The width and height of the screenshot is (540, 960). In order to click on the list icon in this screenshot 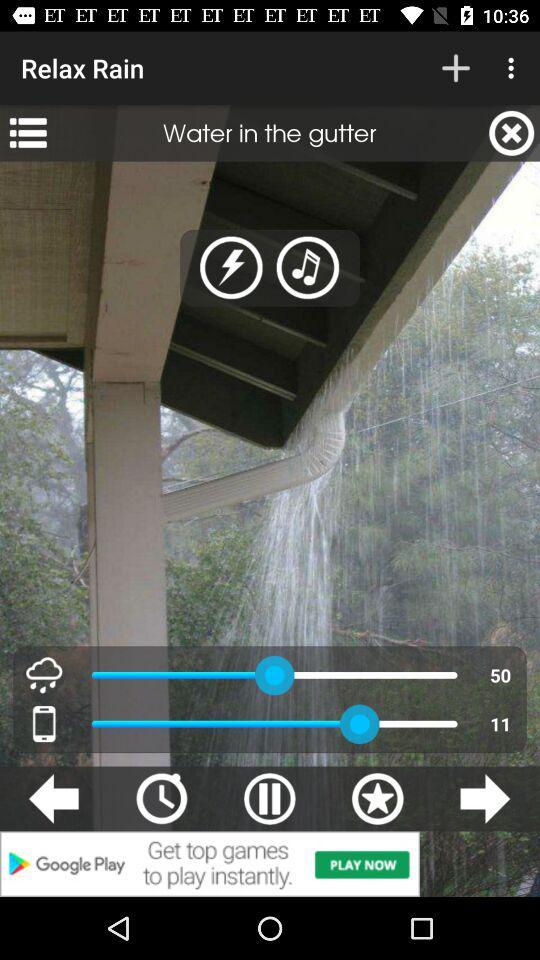, I will do `click(27, 132)`.